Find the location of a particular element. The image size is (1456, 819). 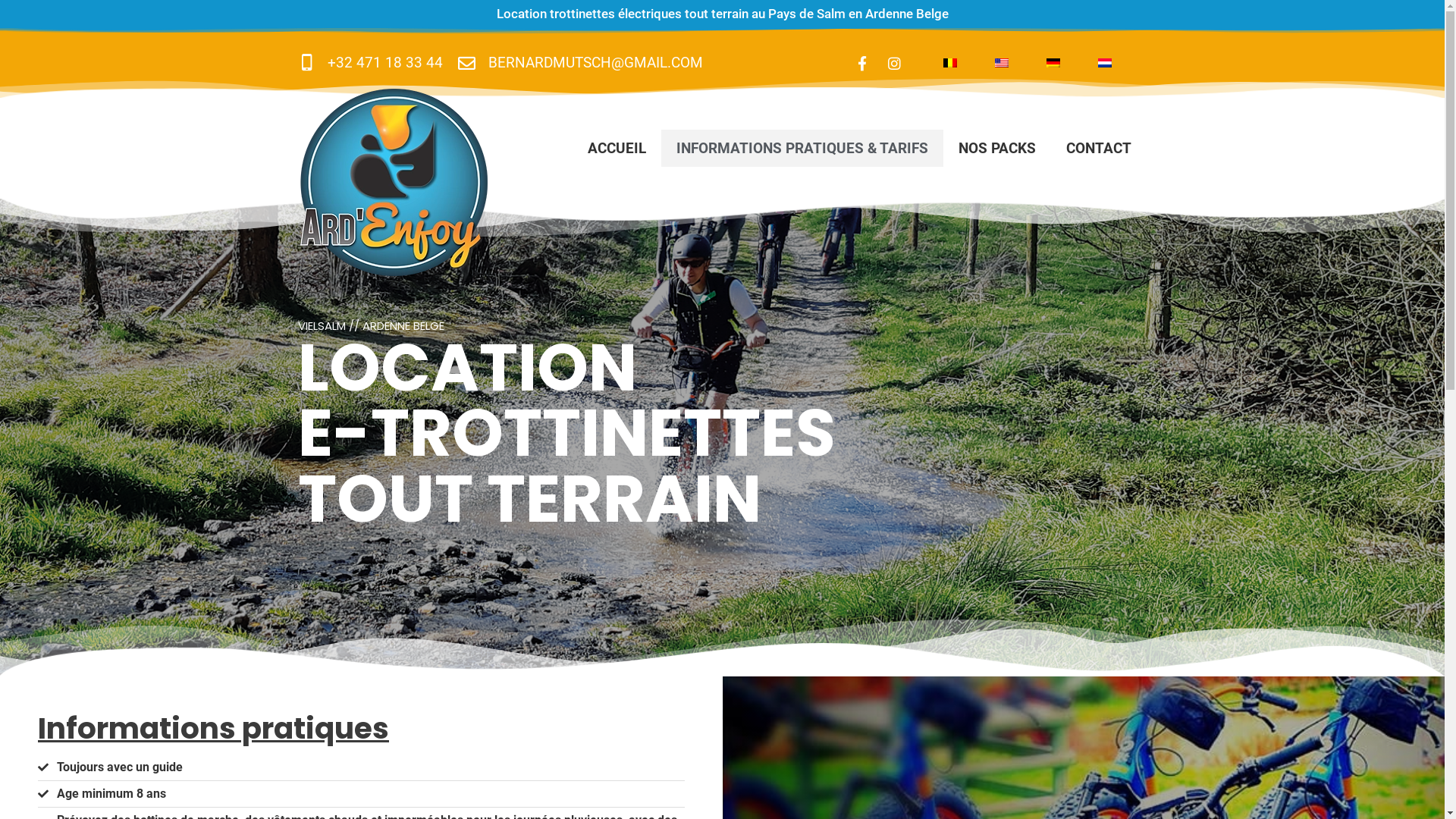

'CONTACT' is located at coordinates (1099, 148).